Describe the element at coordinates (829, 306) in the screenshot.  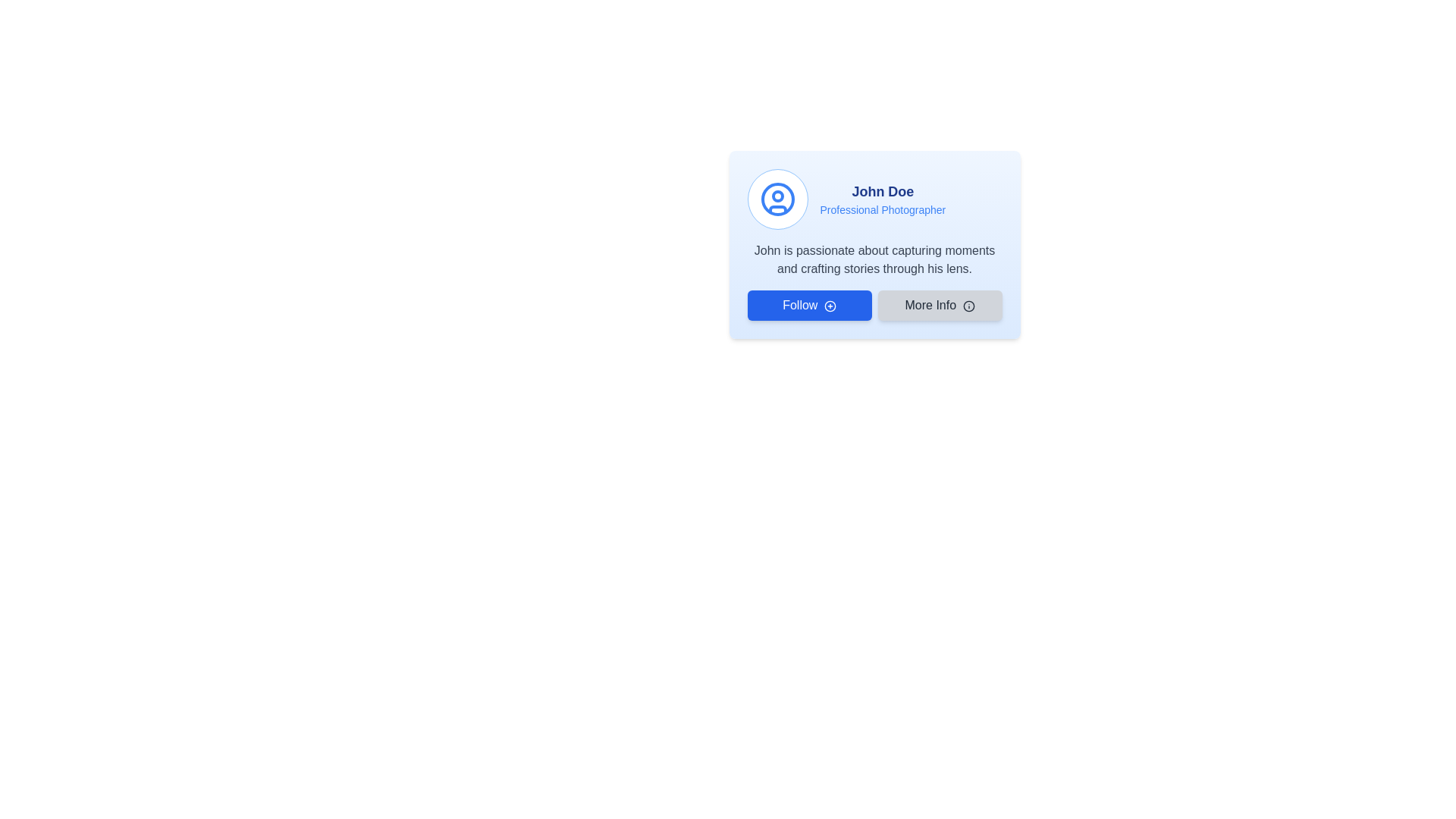
I see `the graphical icon component located inside the 'Follow' button, which is positioned to the right of its textual label` at that location.